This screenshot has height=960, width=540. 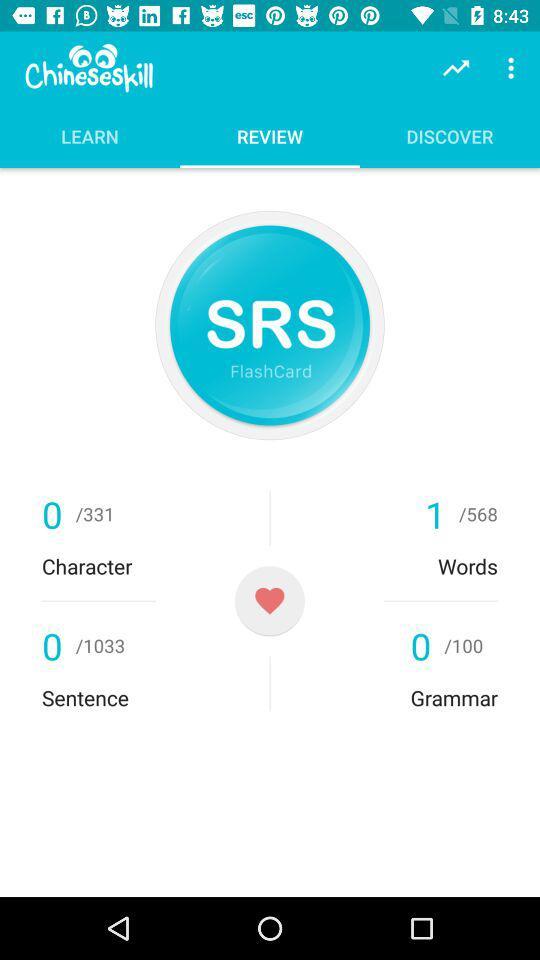 I want to click on icon below the review, so click(x=270, y=325).